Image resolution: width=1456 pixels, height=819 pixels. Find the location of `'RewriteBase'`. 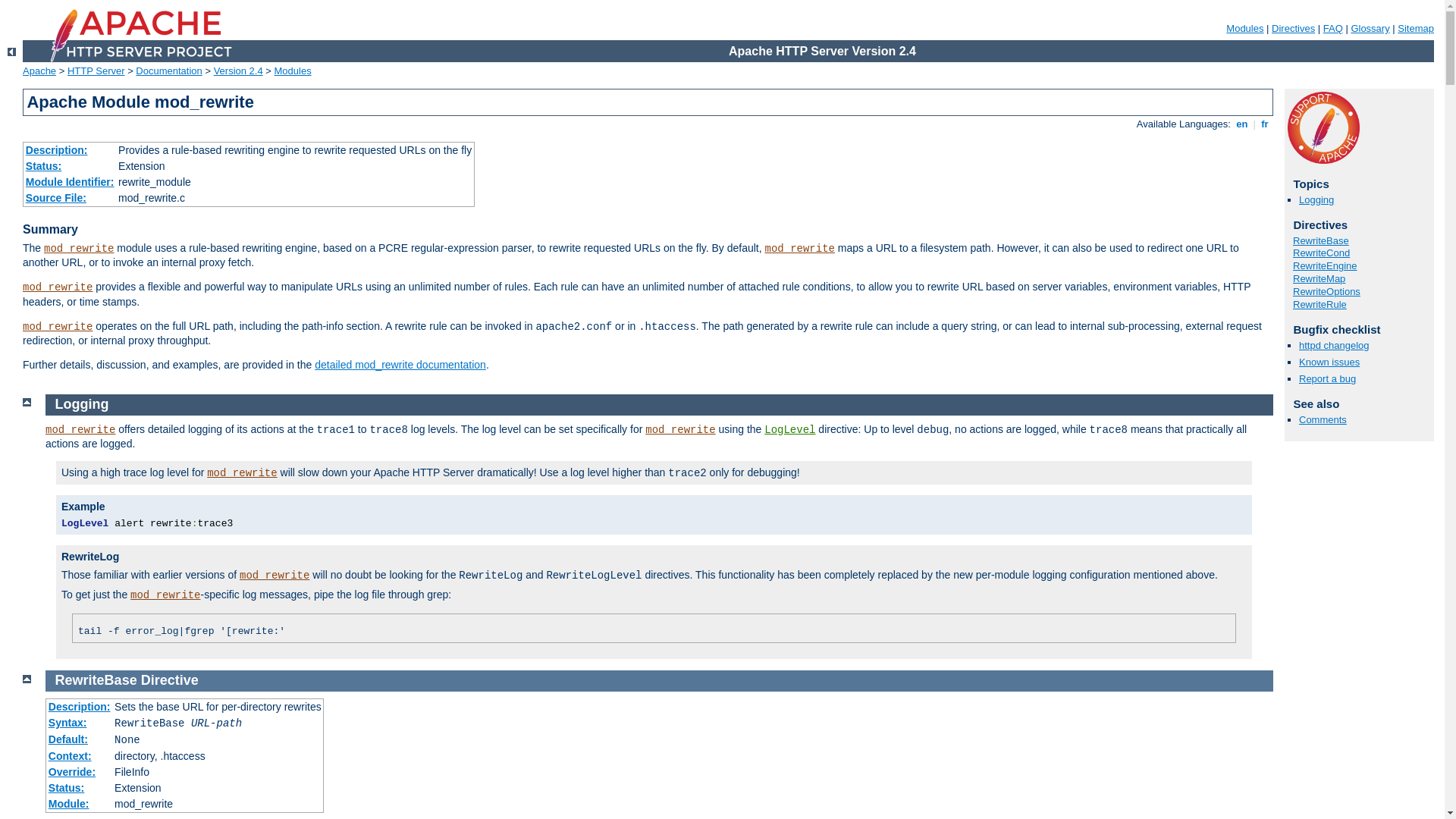

'RewriteBase' is located at coordinates (1291, 240).